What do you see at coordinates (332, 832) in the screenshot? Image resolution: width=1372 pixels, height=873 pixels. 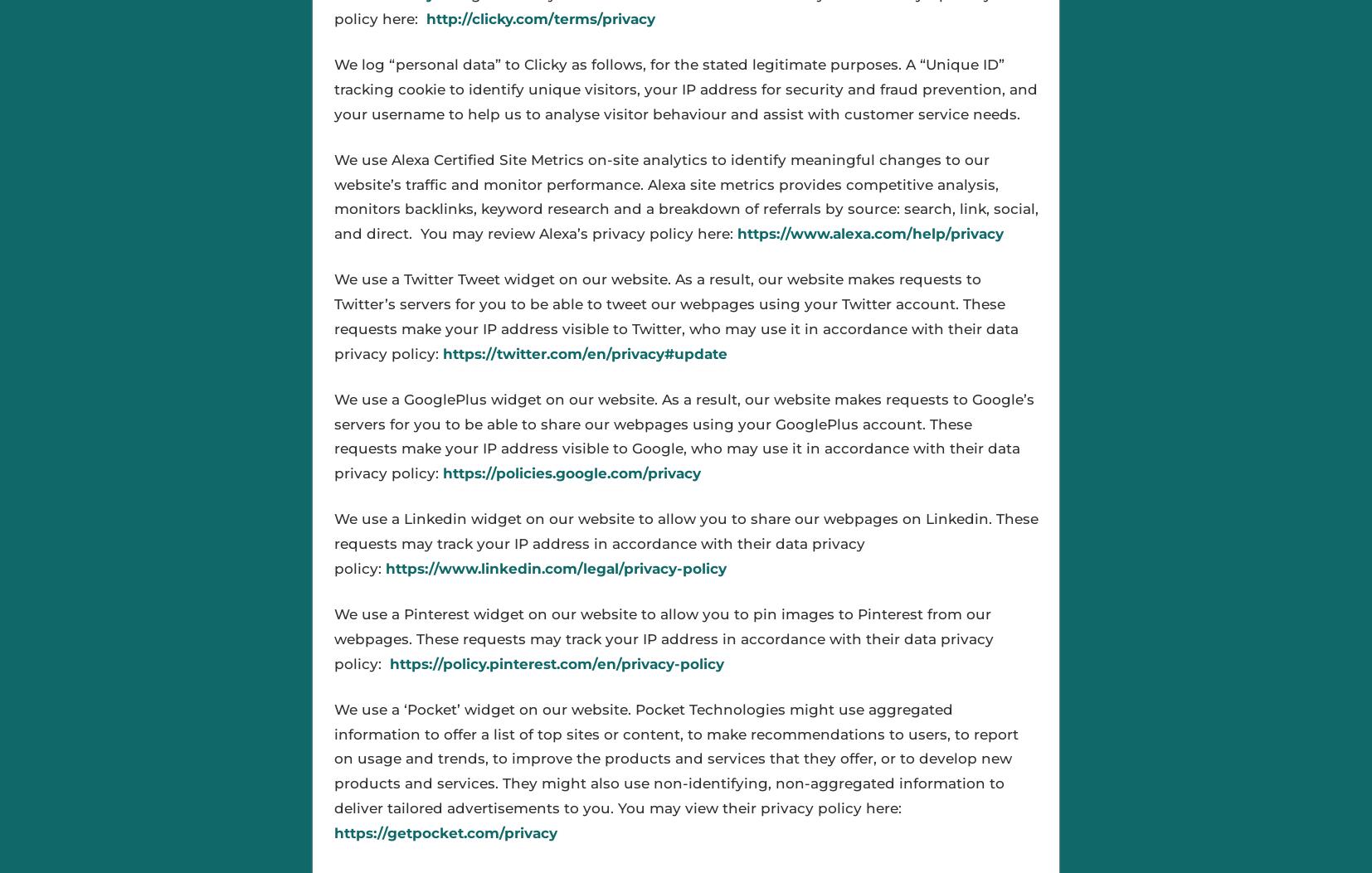 I see `'https://getpocket.com/privacy'` at bounding box center [332, 832].